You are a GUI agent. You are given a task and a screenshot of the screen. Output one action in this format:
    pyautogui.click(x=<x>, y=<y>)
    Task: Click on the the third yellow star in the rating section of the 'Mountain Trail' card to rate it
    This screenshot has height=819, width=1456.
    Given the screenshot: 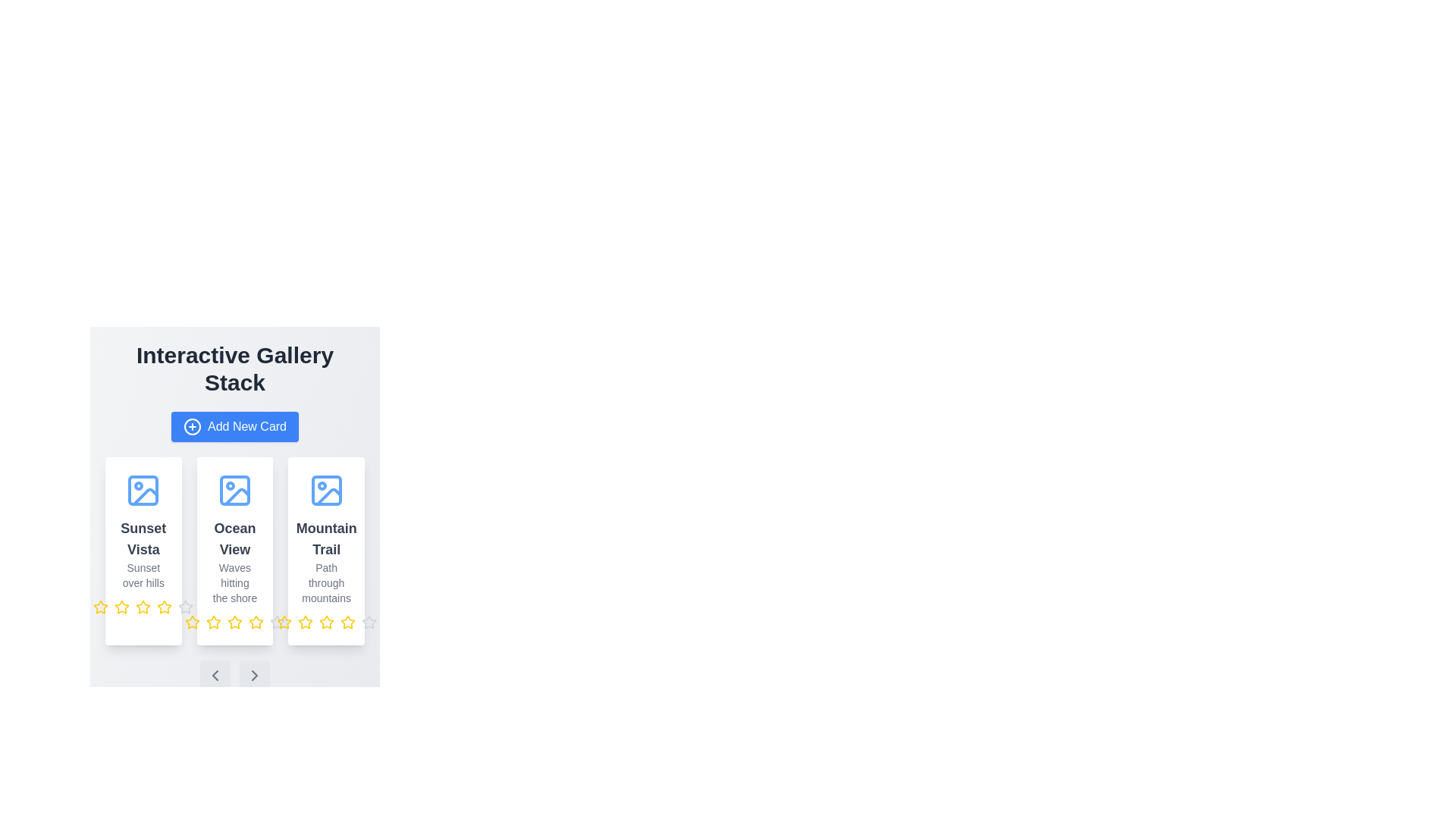 What is the action you would take?
    pyautogui.click(x=325, y=623)
    